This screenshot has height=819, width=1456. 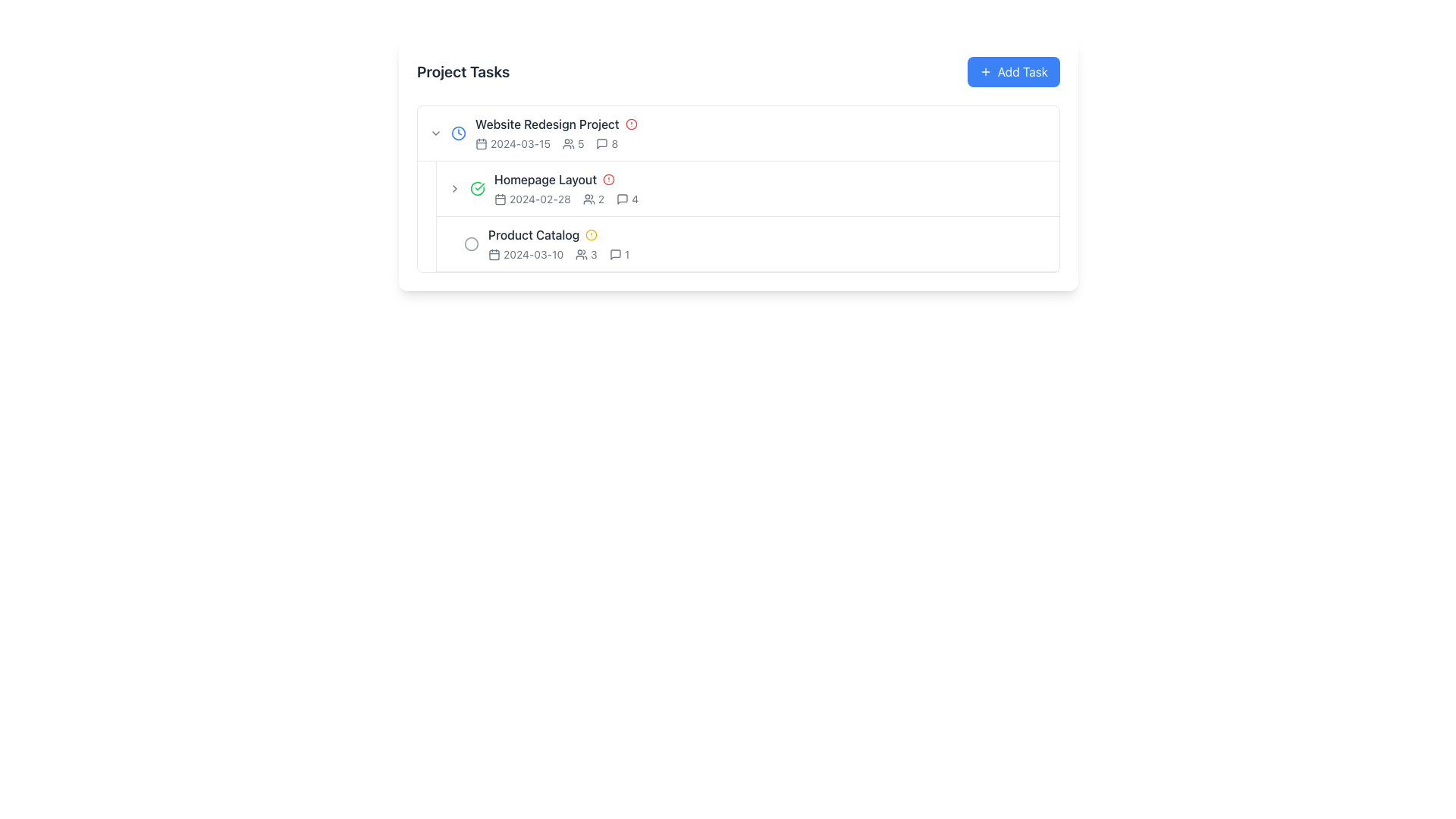 I want to click on the Calendar icon located in the 'Product Catalog' row under the date '2024-03-10' in the 'Project Tasks' interface, so click(x=494, y=253).